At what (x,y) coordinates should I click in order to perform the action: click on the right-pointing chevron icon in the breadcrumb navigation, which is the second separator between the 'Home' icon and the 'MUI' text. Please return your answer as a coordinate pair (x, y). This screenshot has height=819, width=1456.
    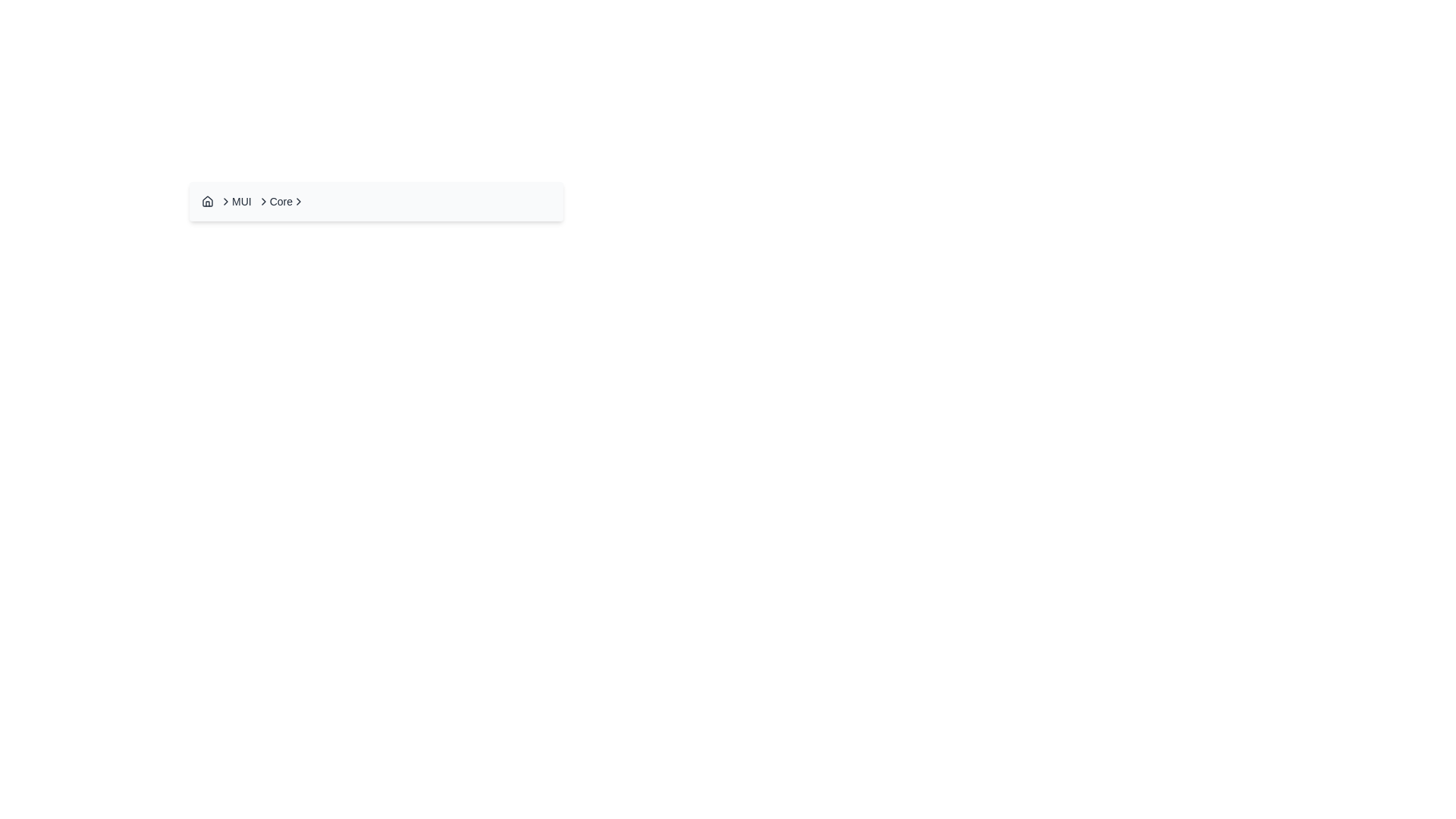
    Looking at the image, I should click on (224, 201).